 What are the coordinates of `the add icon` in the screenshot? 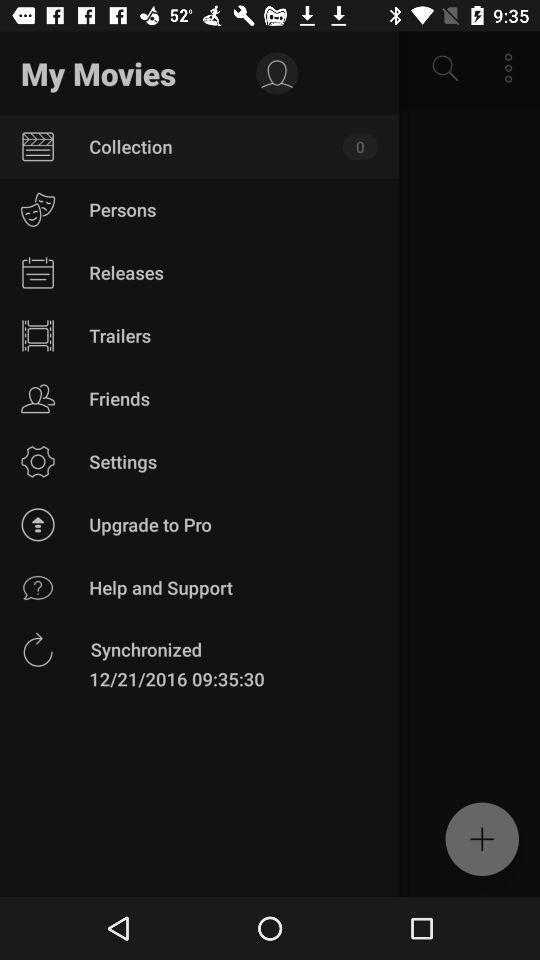 It's located at (481, 839).